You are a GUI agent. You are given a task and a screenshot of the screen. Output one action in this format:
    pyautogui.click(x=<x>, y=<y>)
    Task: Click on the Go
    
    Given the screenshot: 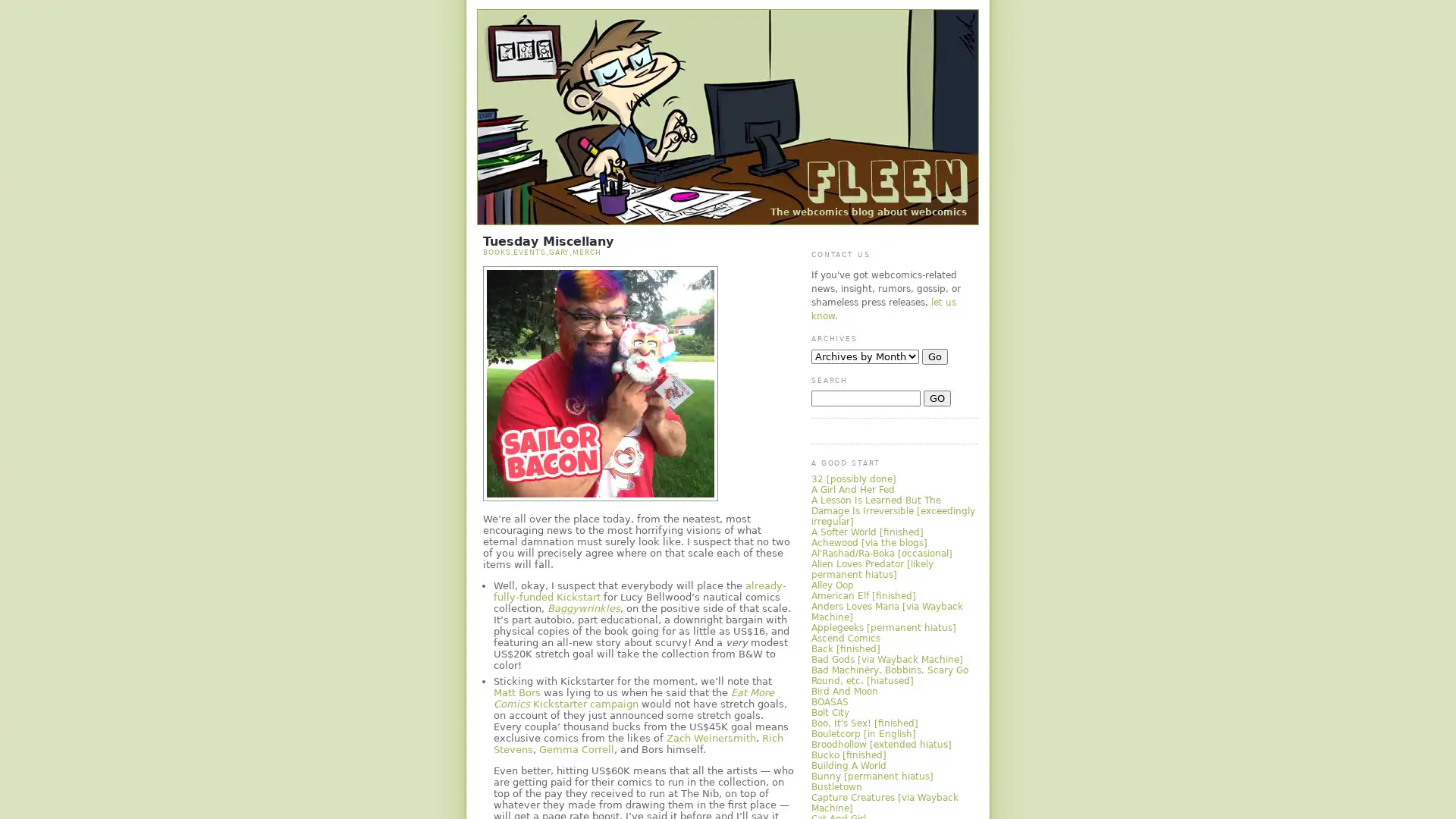 What is the action you would take?
    pyautogui.click(x=934, y=356)
    